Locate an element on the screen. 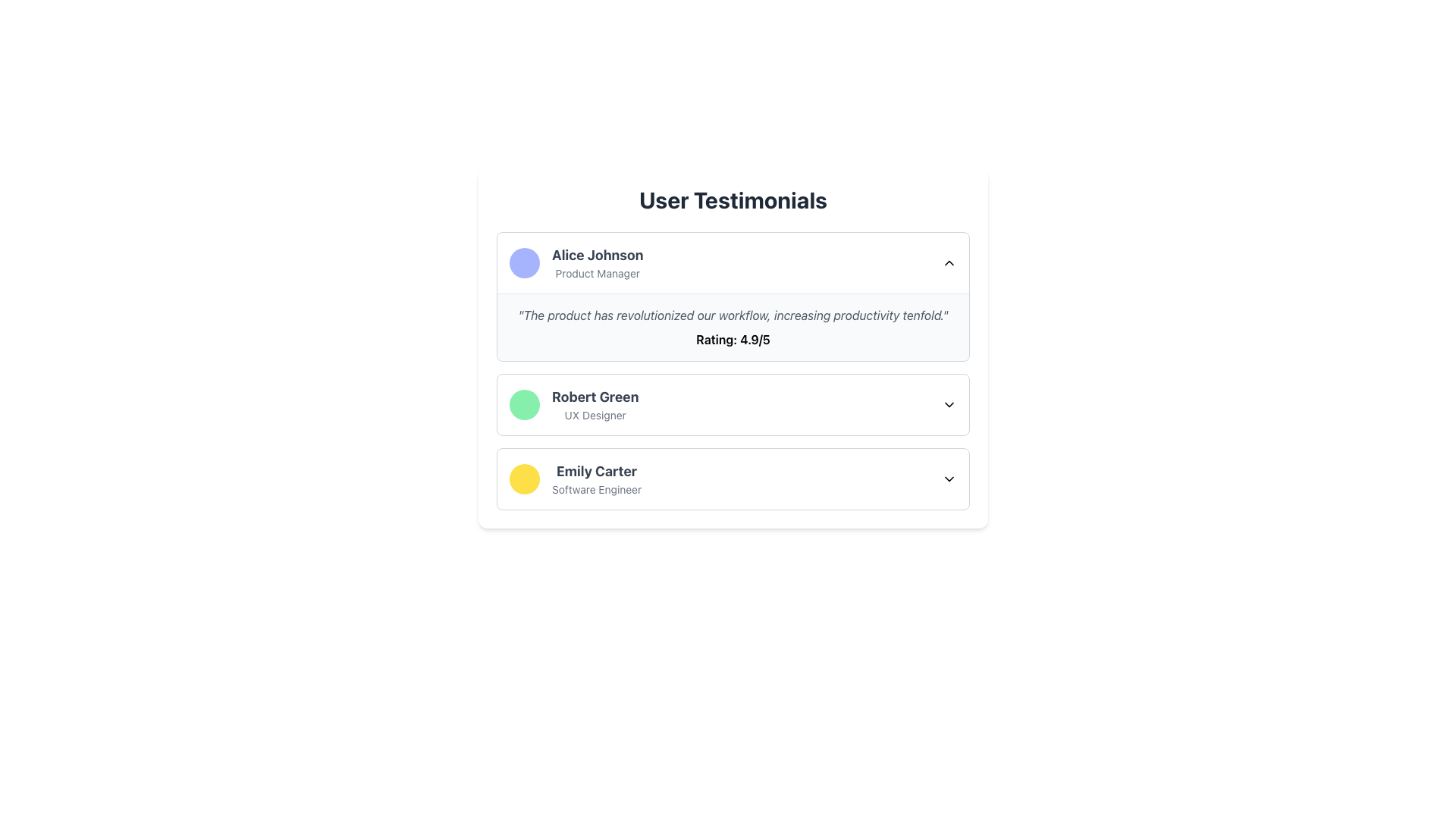 The width and height of the screenshot is (1456, 819). displayed text from the multi-line text label element showing 'Alice Johnson' and 'Product Manager', located within the top testimonial card, adjacent to the indigo circular icon is located at coordinates (597, 262).